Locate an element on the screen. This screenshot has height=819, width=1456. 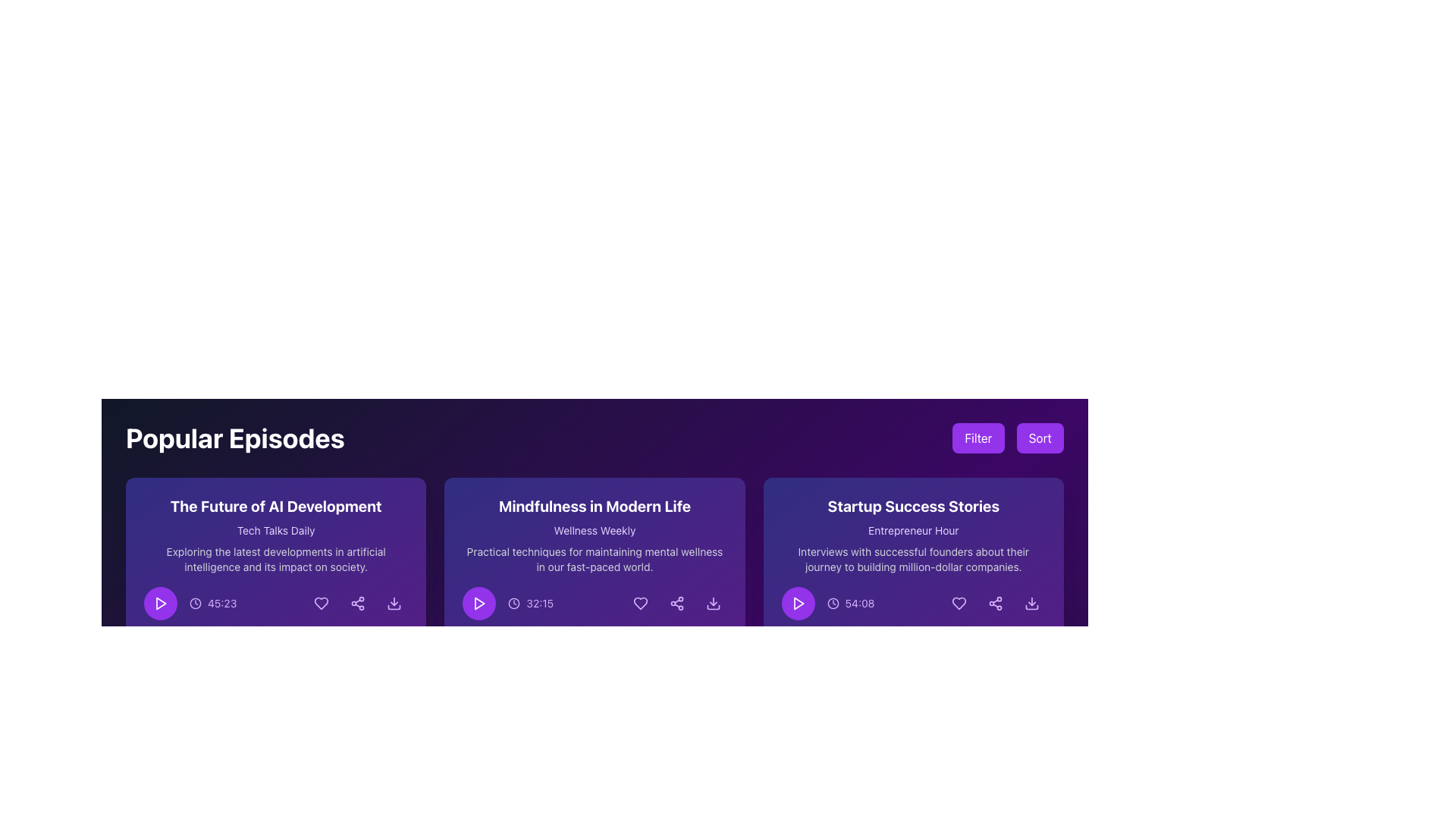
the Label/Text with Icon that displays '45:23' and features a clock icon, located in the bottom left of the first card under the 'Popular Episodes' section is located at coordinates (190, 602).